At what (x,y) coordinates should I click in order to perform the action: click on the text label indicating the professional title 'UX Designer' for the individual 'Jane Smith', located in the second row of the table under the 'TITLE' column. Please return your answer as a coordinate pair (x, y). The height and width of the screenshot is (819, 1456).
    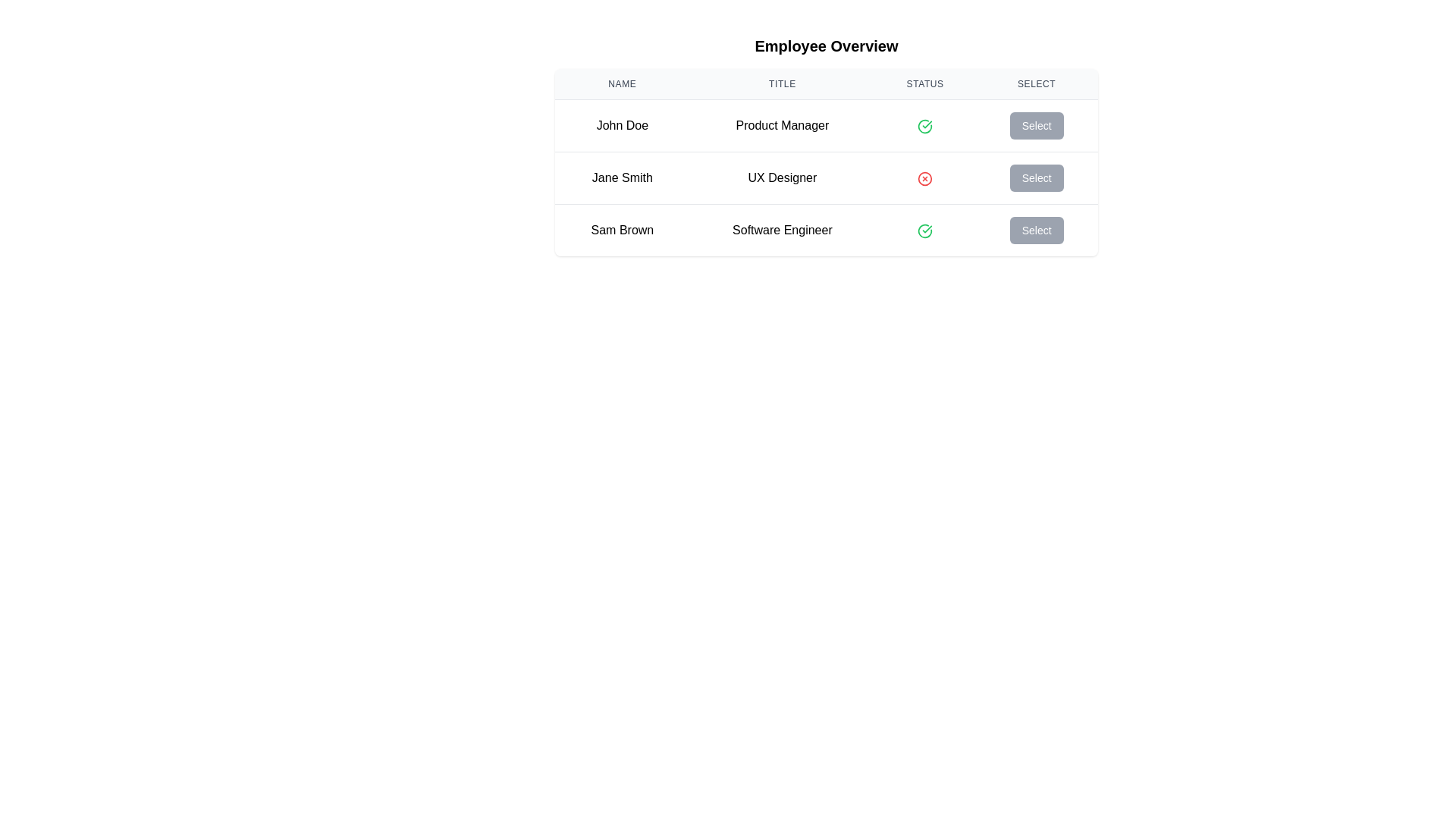
    Looking at the image, I should click on (783, 177).